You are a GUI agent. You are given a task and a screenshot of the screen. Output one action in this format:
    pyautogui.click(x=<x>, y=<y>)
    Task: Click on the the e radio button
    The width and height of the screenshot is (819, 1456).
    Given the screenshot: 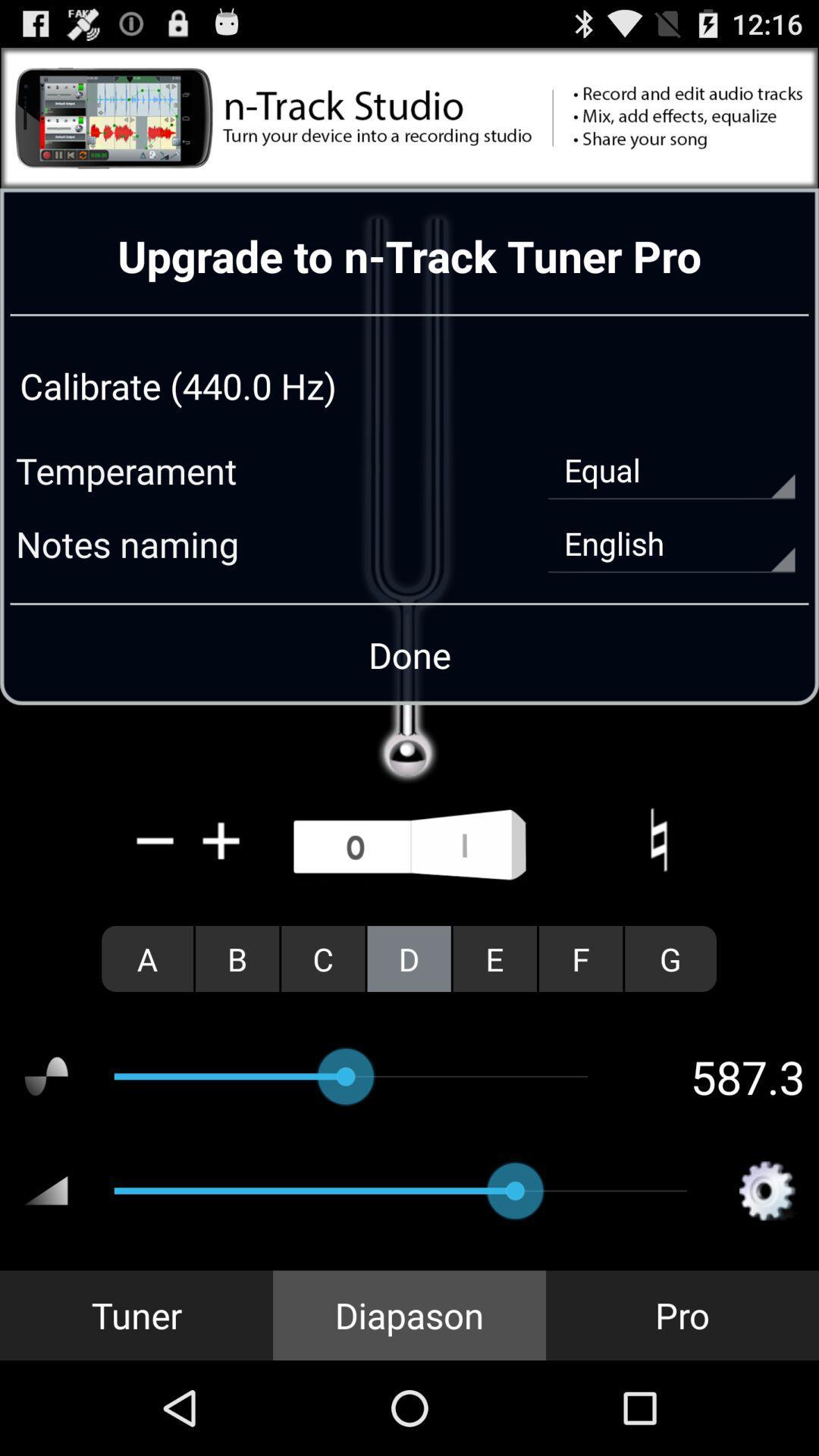 What is the action you would take?
    pyautogui.click(x=494, y=958)
    